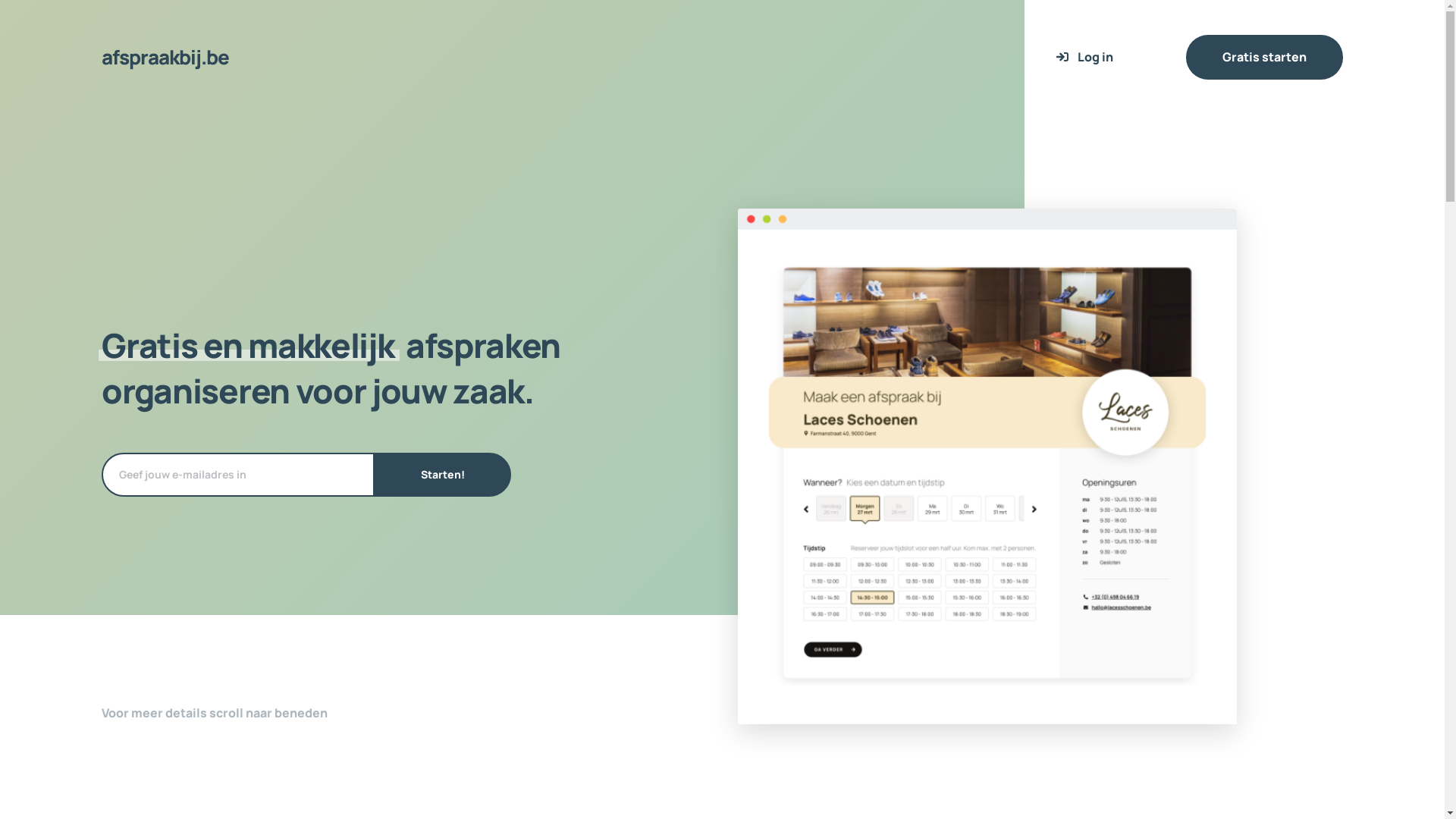  Describe the element at coordinates (442, 473) in the screenshot. I see `'Starten!'` at that location.